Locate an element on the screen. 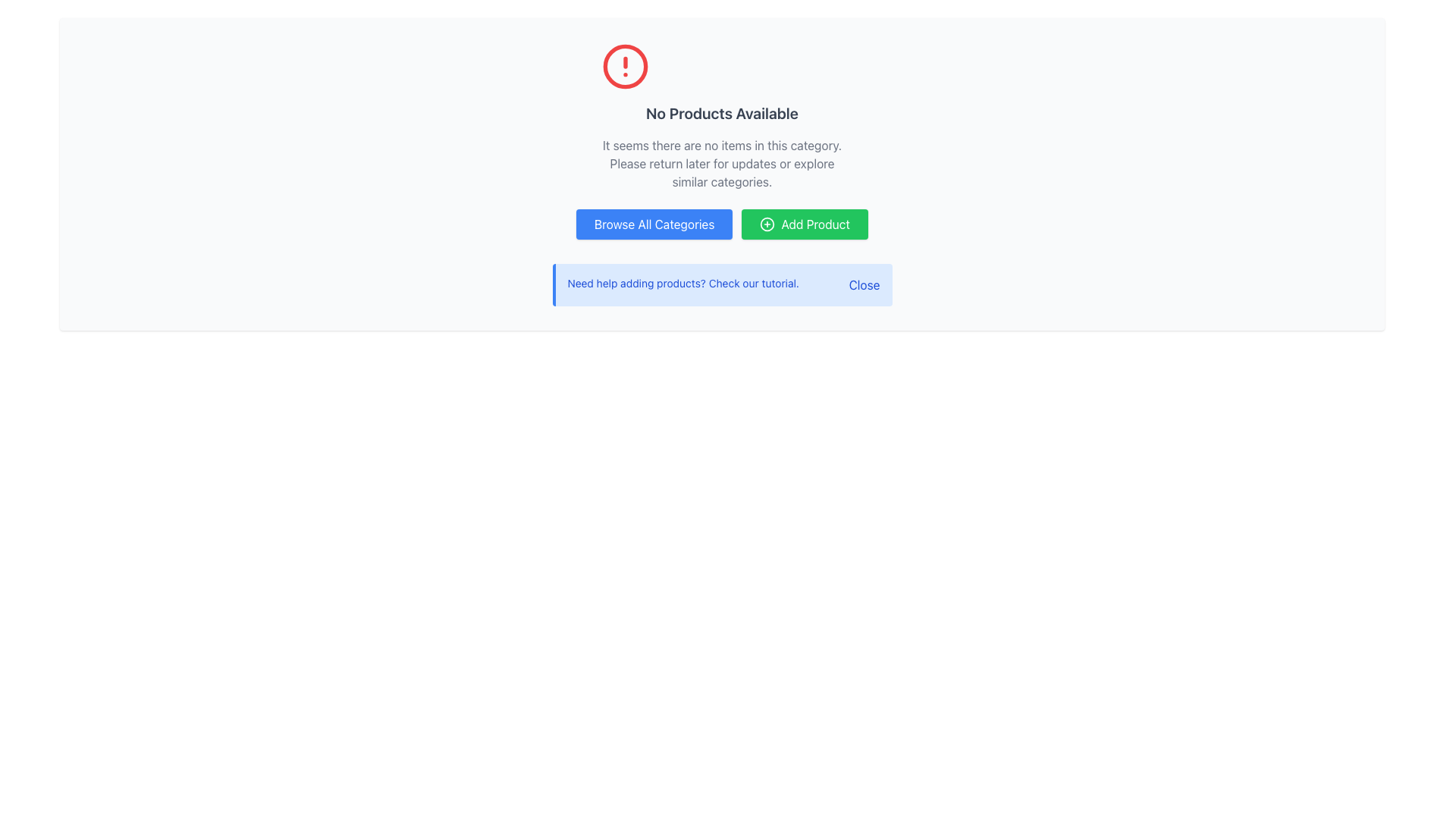 Image resolution: width=1456 pixels, height=819 pixels. the informational link labeled 'Need help adding products? Check our tutorial.' is located at coordinates (682, 284).